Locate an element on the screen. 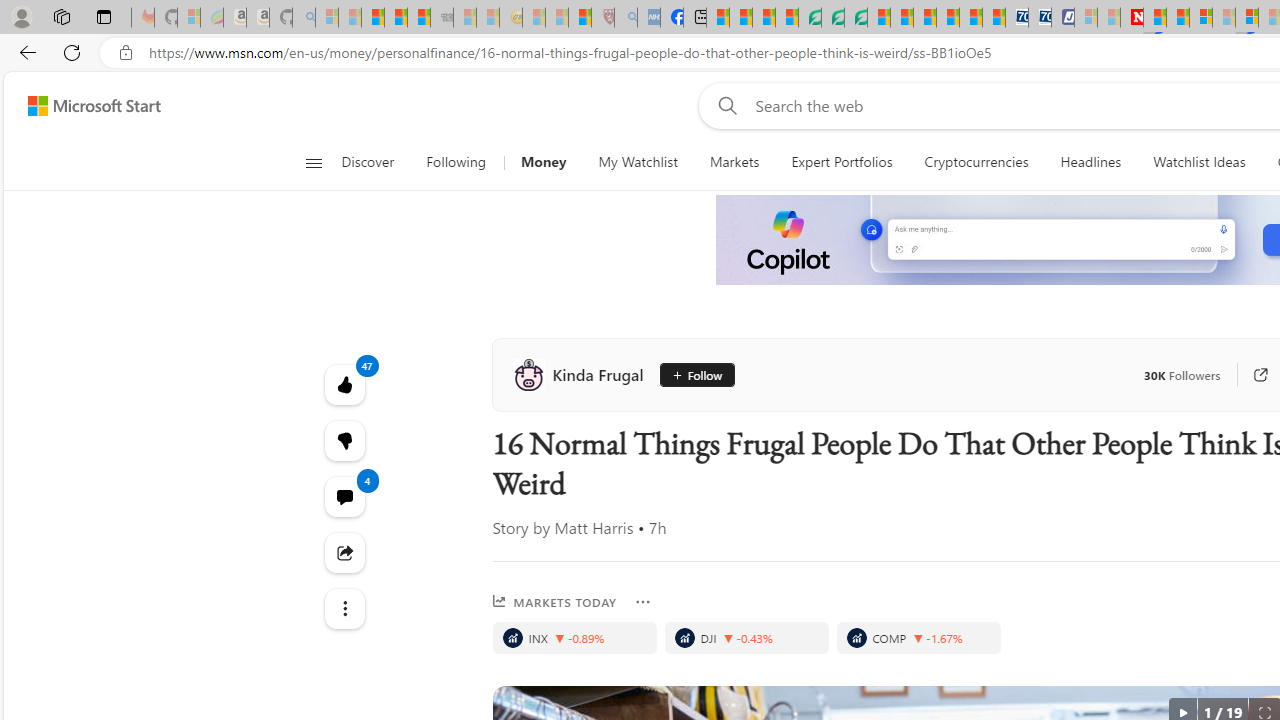  'Latest Politics News & Archive | Newsweek.com' is located at coordinates (1132, 17).